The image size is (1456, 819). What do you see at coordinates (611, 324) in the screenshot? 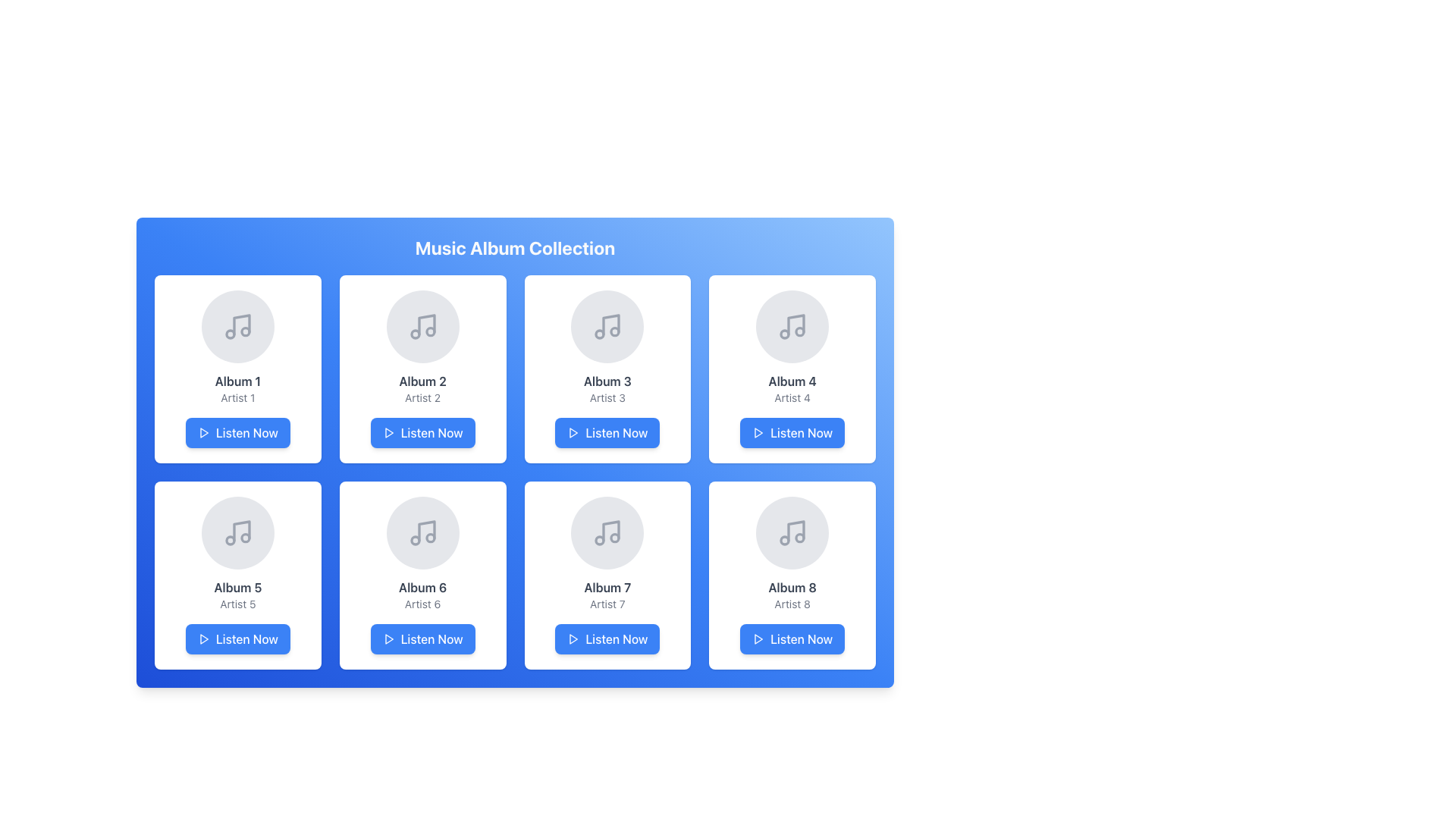
I see `the SVG graphic representing the musical note symbol located in the third cell of the top row, above 'Album 3'` at bounding box center [611, 324].